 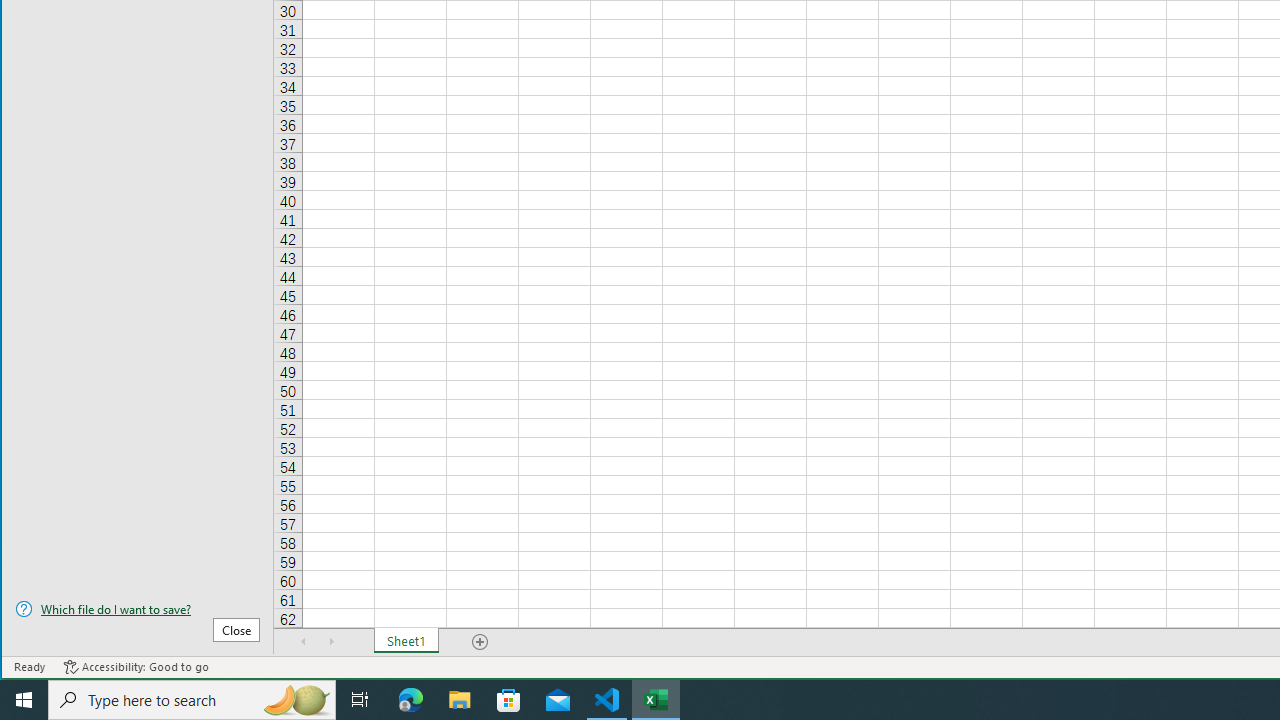 What do you see at coordinates (405, 641) in the screenshot?
I see `'Sheet1'` at bounding box center [405, 641].